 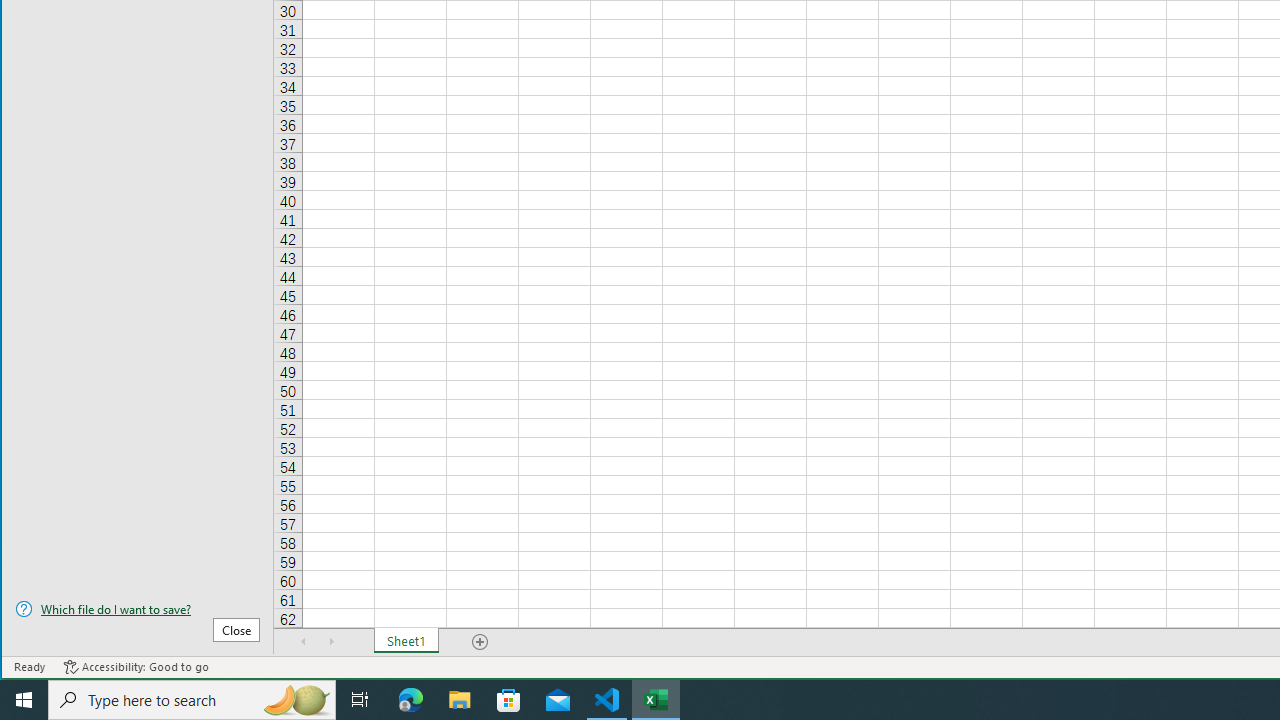 What do you see at coordinates (405, 641) in the screenshot?
I see `'Sheet1'` at bounding box center [405, 641].